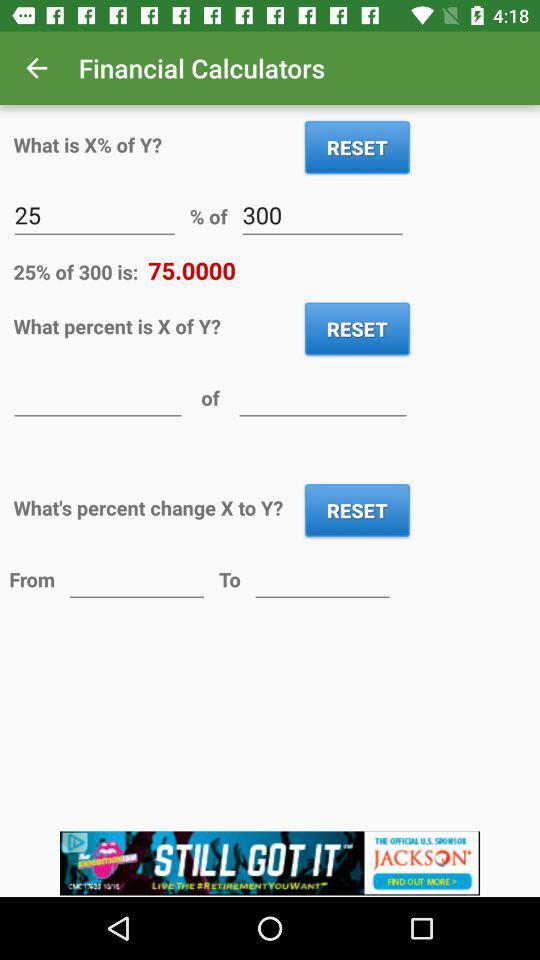 This screenshot has width=540, height=960. Describe the element at coordinates (270, 863) in the screenshot. I see `adds` at that location.